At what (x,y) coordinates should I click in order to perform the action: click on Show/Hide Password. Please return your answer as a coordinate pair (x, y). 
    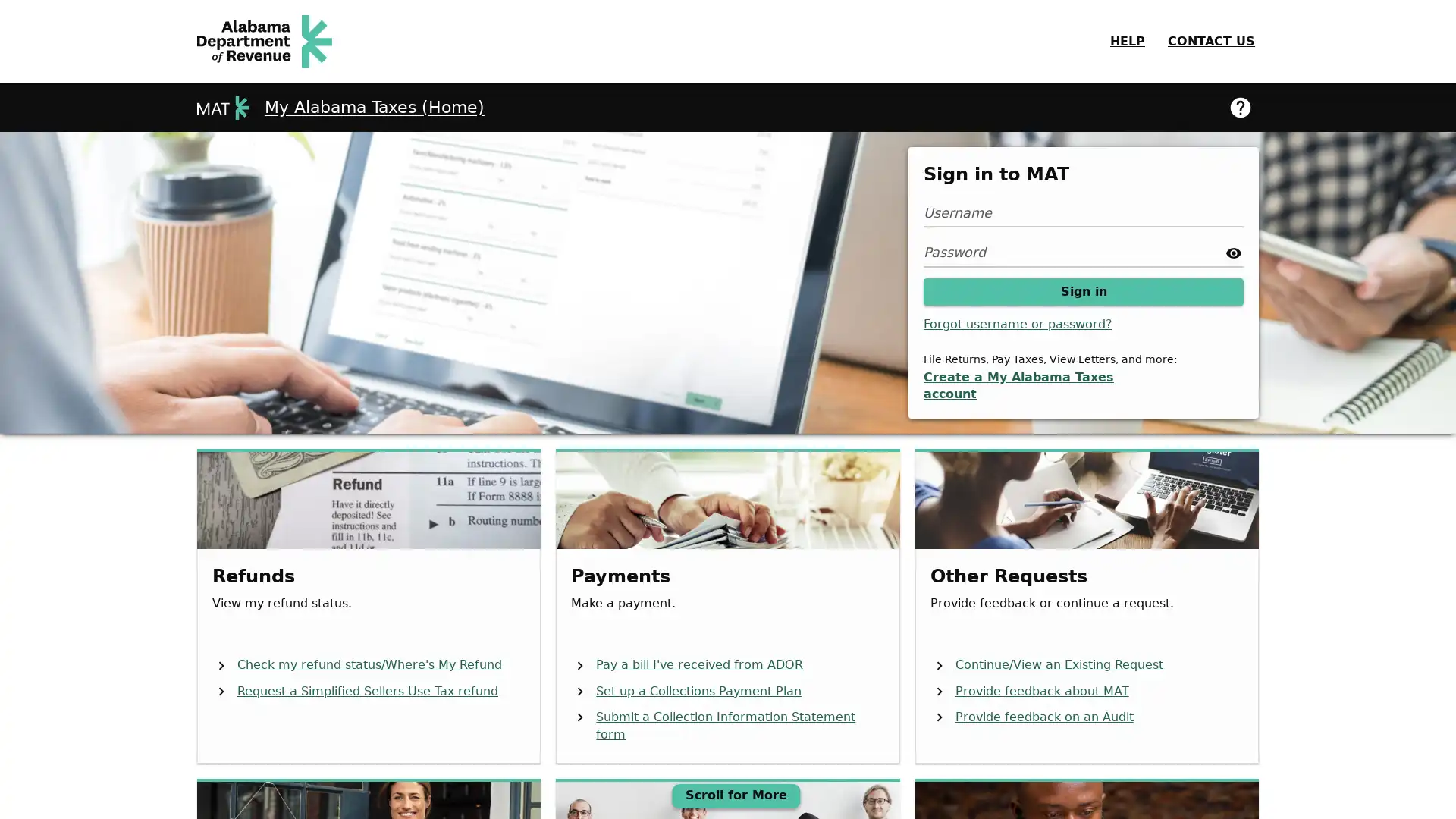
    Looking at the image, I should click on (1234, 251).